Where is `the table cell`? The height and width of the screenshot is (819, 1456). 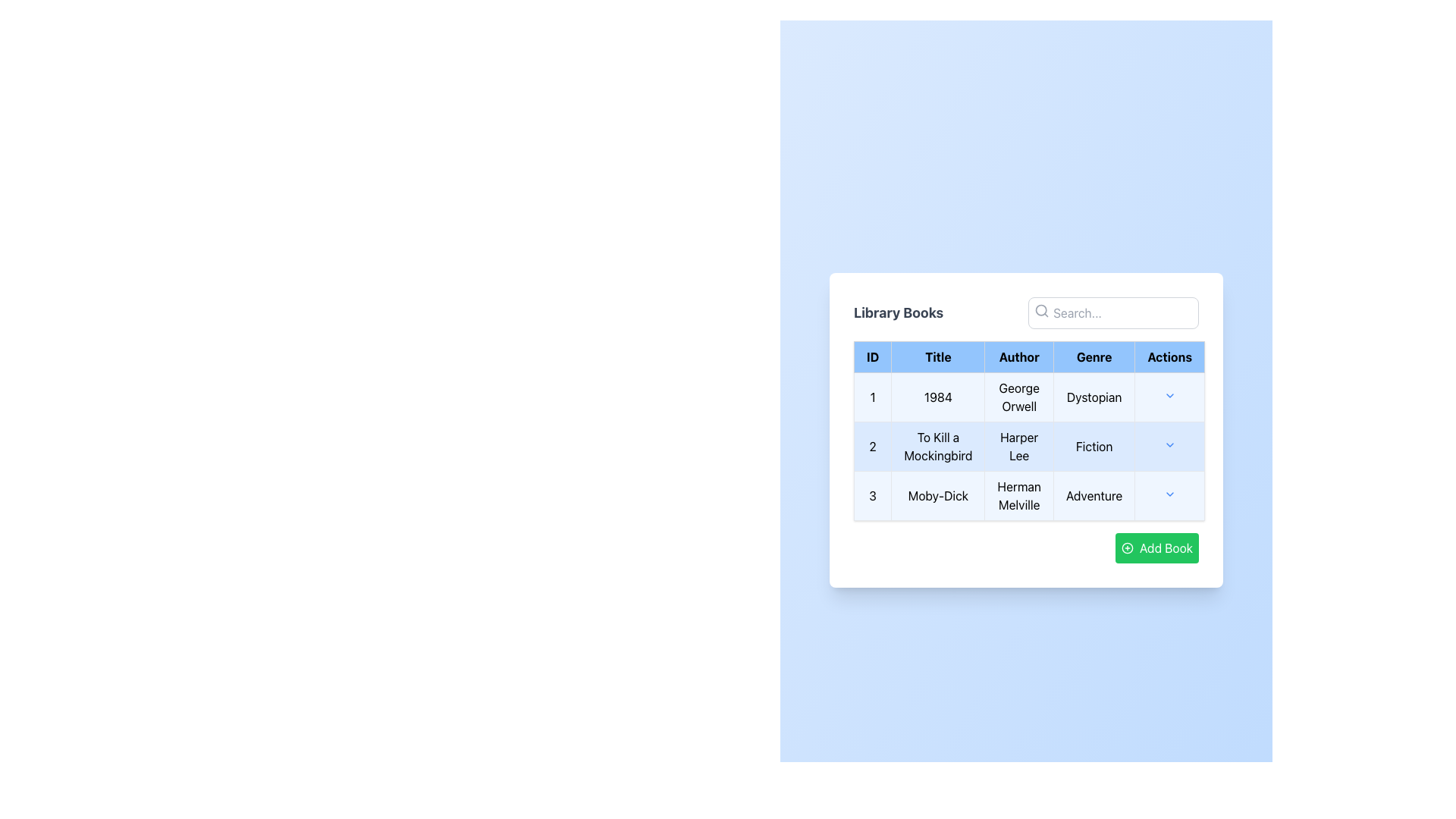 the table cell is located at coordinates (1029, 430).